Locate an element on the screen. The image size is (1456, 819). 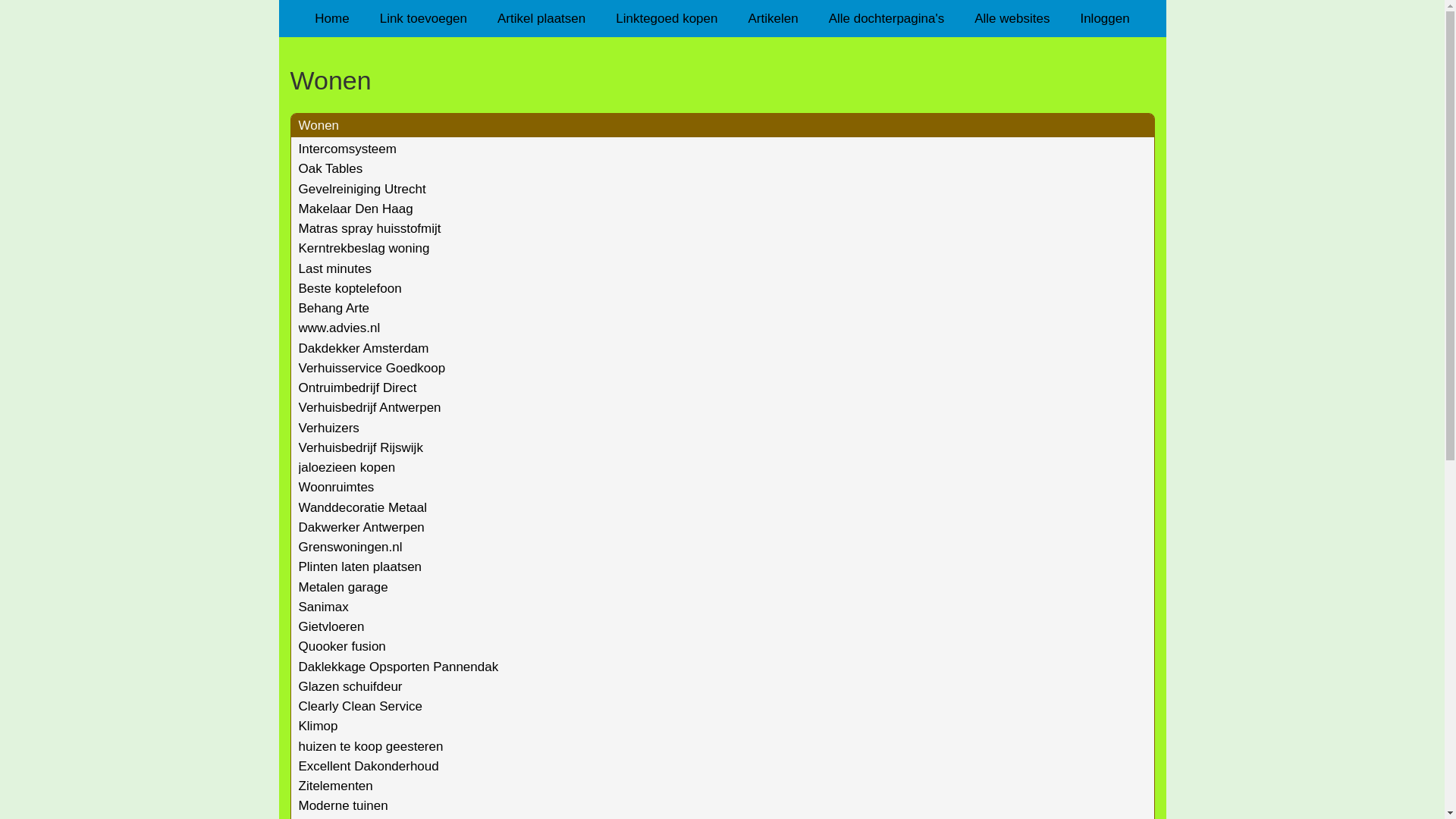
'Glazen schuifdeur' is located at coordinates (350, 686).